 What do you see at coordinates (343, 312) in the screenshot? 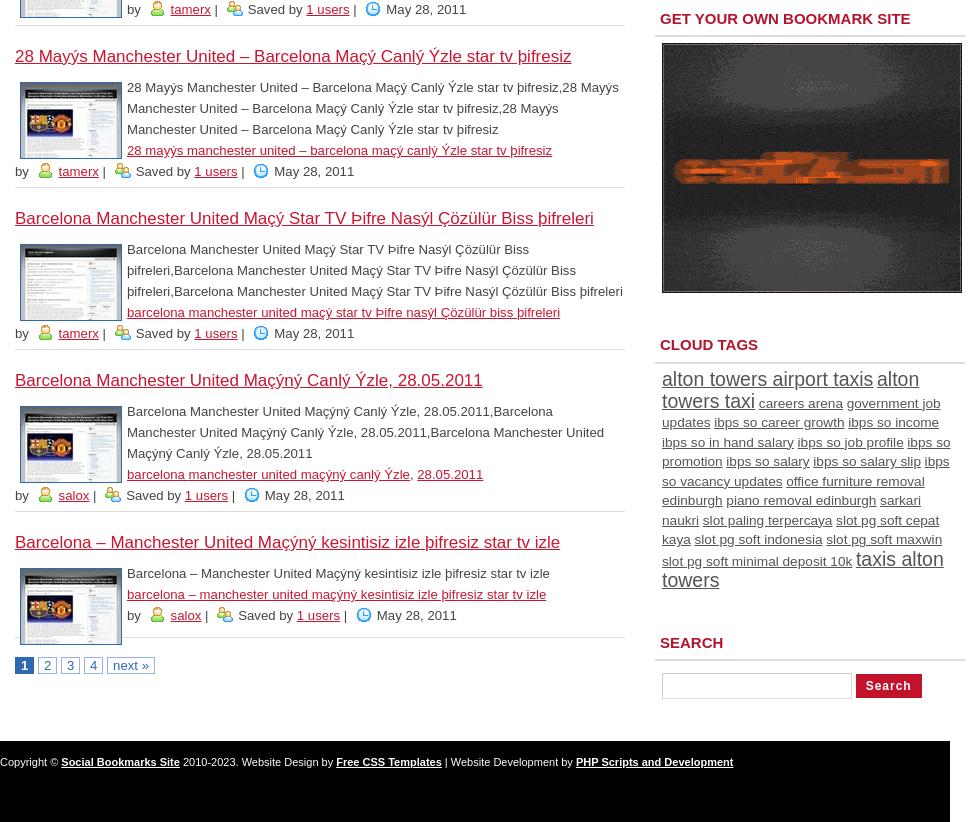
I see `'barcelona manchester united maçý star tv Þifre nasýl Çözülür biss þifreleri'` at bounding box center [343, 312].